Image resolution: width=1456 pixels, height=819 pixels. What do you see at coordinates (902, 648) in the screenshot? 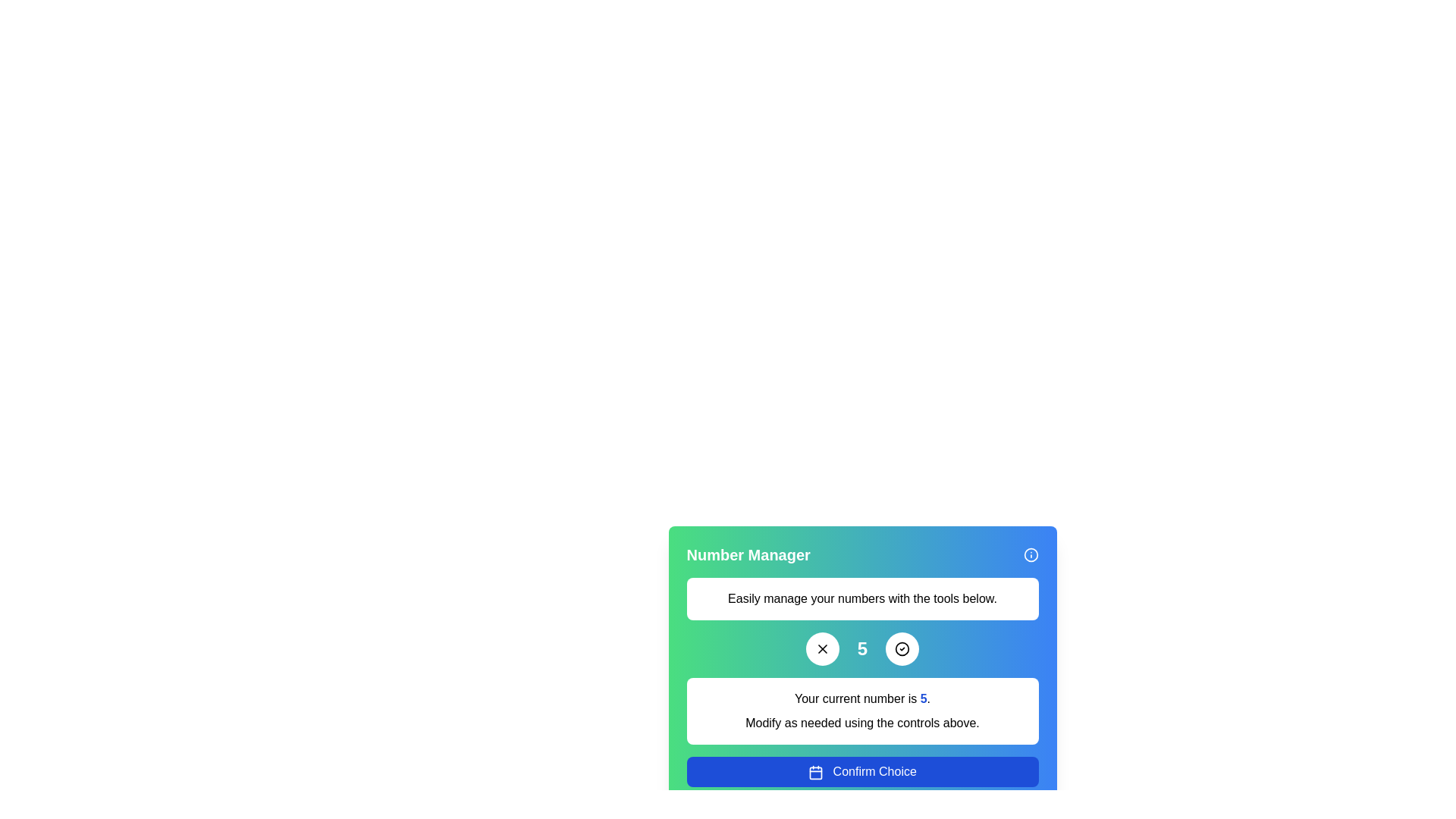
I see `the Circle-check icon, which features a black-bordered circular design with a check mark inside, located to the right of the number 5 in the Number Manager section` at bounding box center [902, 648].